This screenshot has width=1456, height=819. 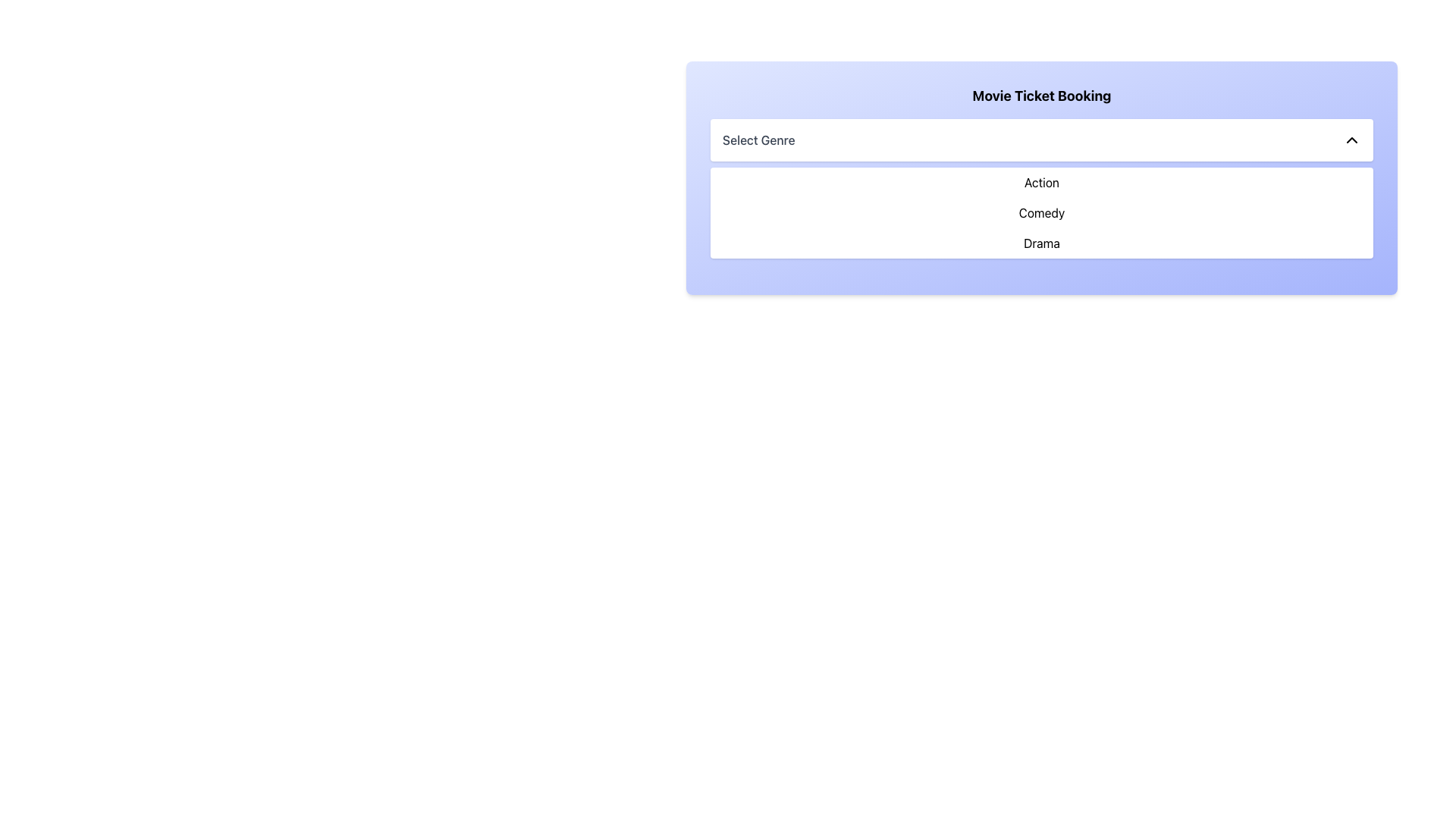 I want to click on the first menu item 'Action' in the dropdown menu titled 'Select Genre', so click(x=1040, y=181).